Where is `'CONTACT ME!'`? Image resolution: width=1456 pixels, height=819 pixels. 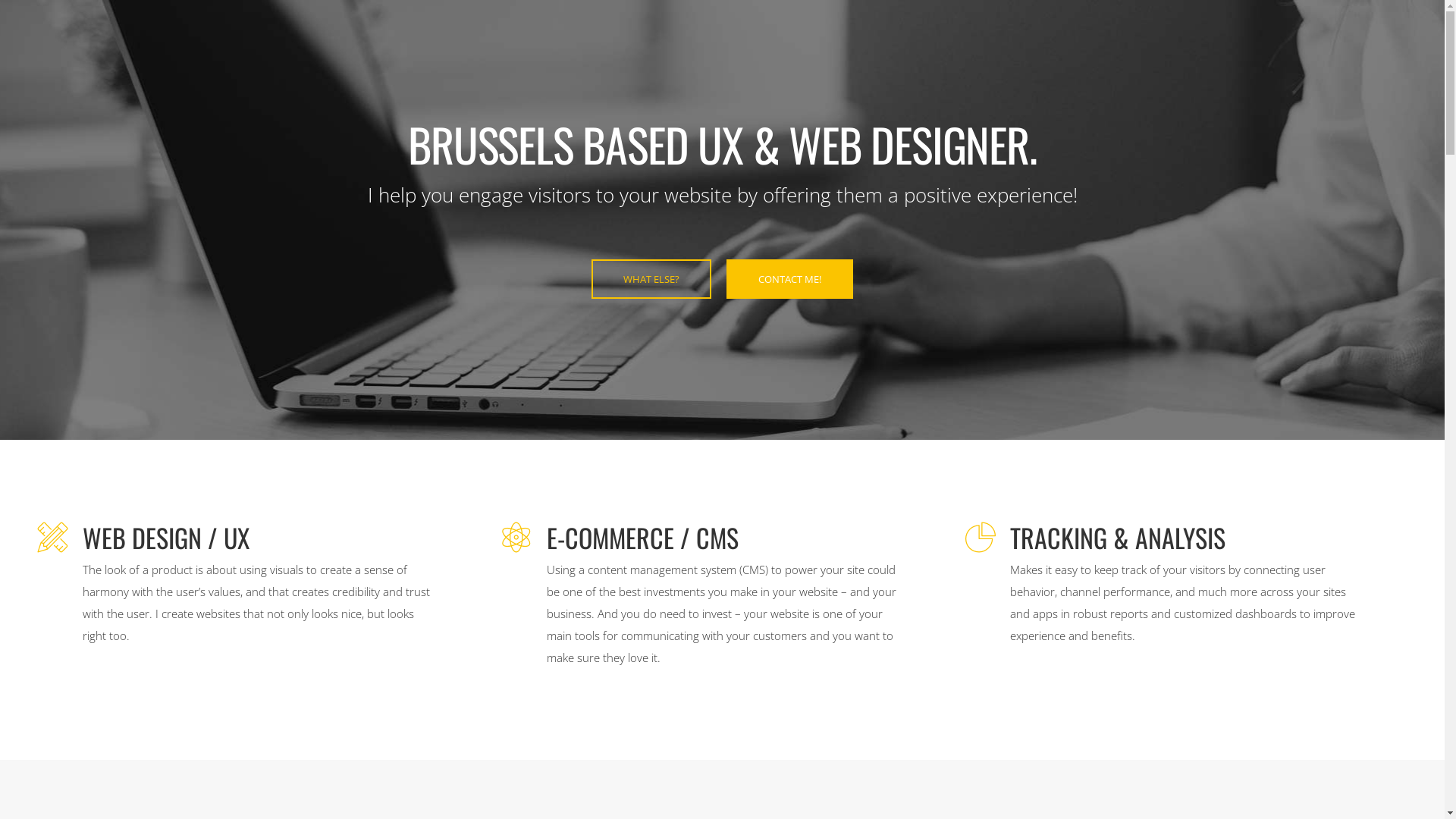
'CONTACT ME!' is located at coordinates (726, 279).